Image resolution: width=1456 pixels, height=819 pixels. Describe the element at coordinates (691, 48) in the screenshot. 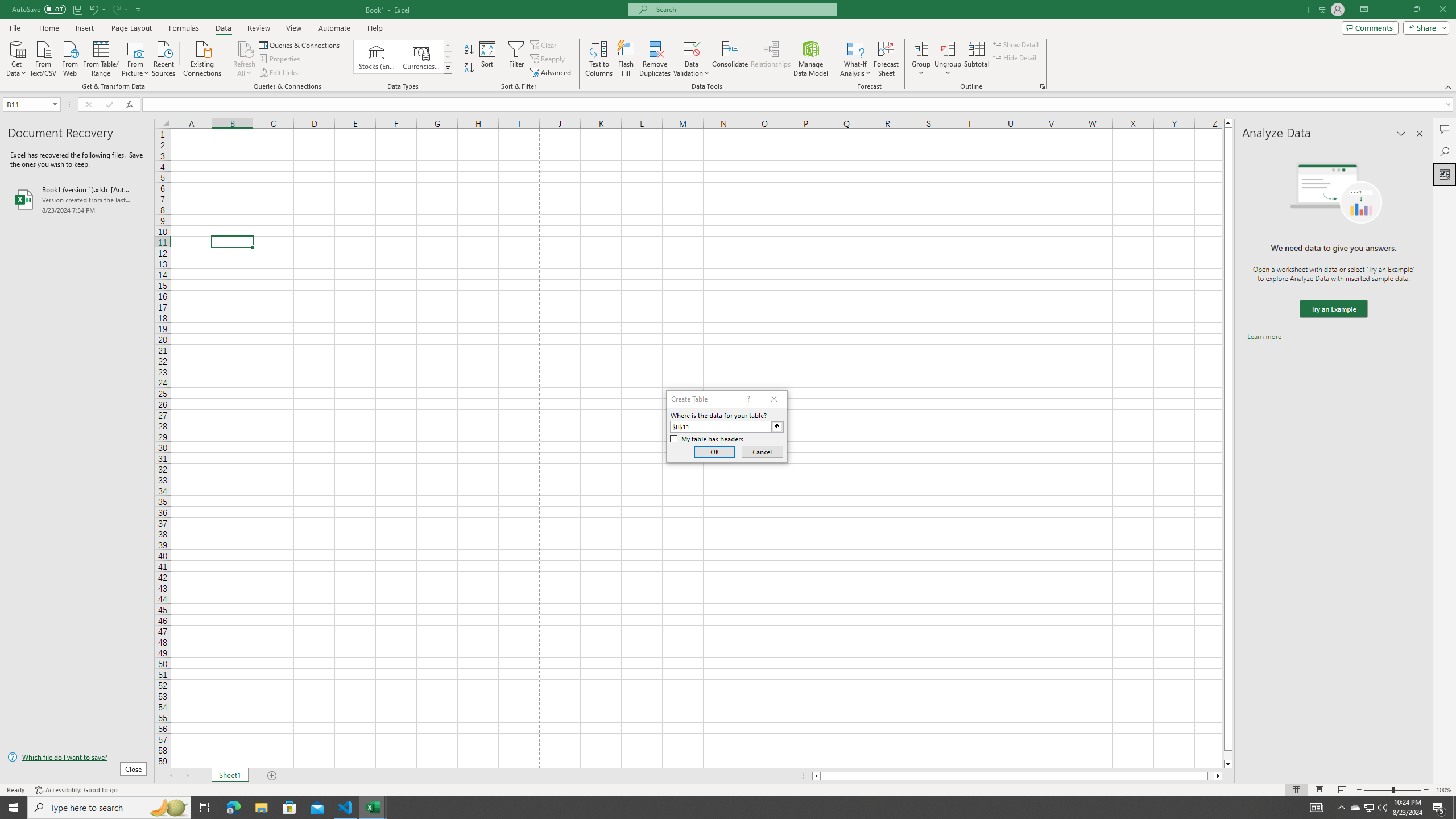

I see `'Data Validation...'` at that location.